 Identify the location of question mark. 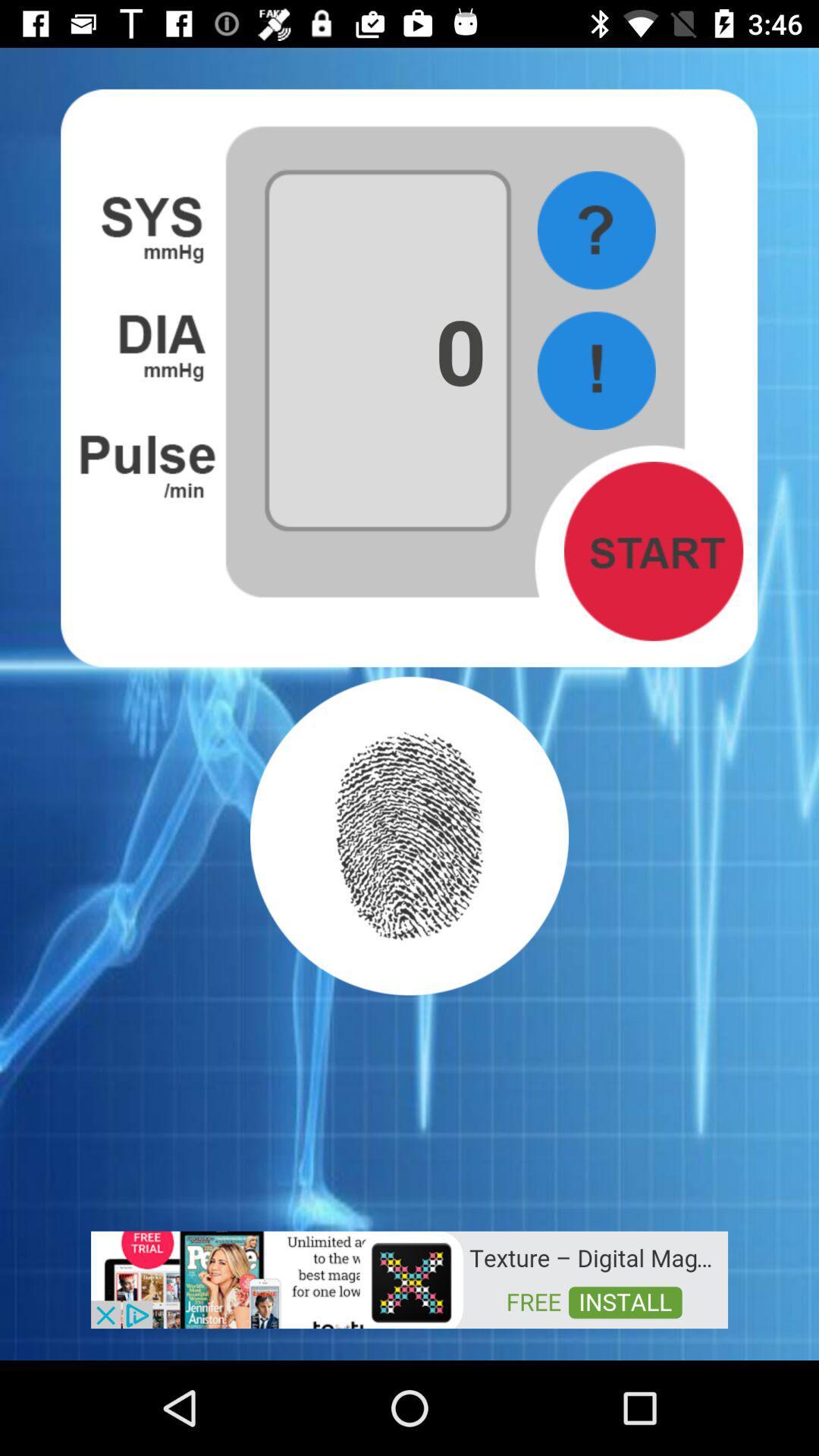
(595, 230).